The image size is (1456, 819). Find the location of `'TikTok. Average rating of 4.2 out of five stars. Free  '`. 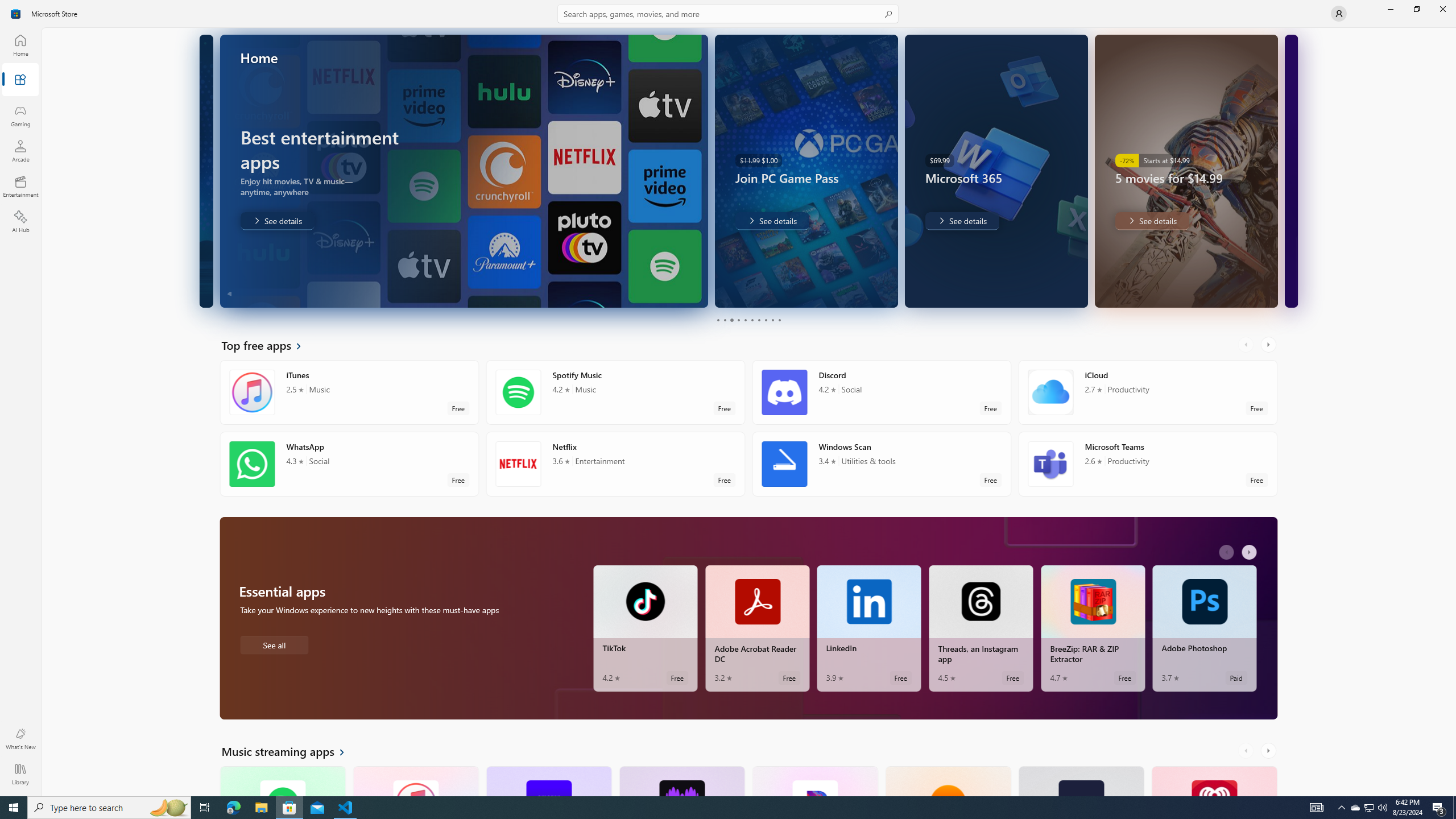

'TikTok. Average rating of 4.2 out of five stars. Free  ' is located at coordinates (644, 628).